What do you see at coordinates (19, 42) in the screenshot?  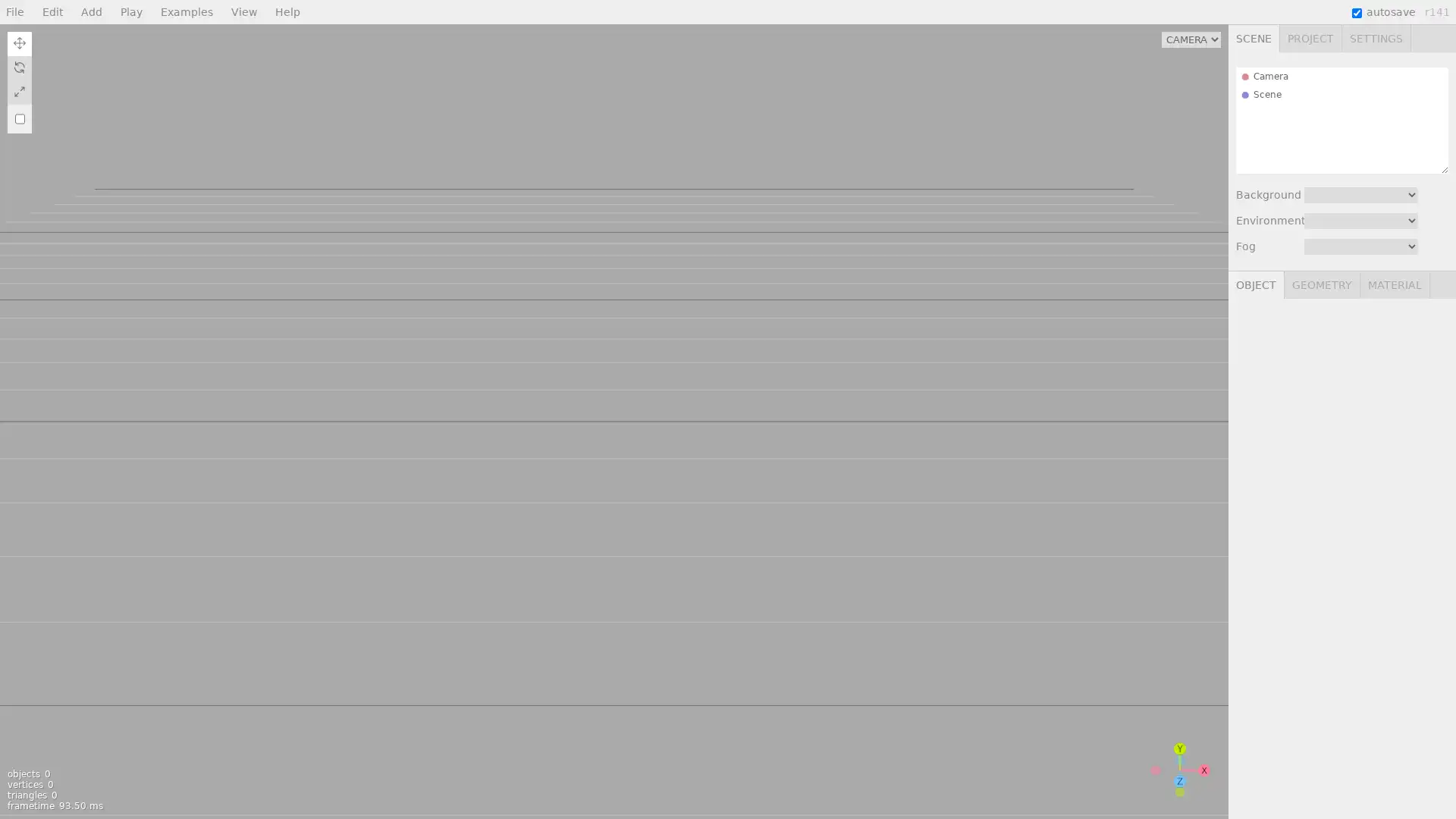 I see `Translate` at bounding box center [19, 42].